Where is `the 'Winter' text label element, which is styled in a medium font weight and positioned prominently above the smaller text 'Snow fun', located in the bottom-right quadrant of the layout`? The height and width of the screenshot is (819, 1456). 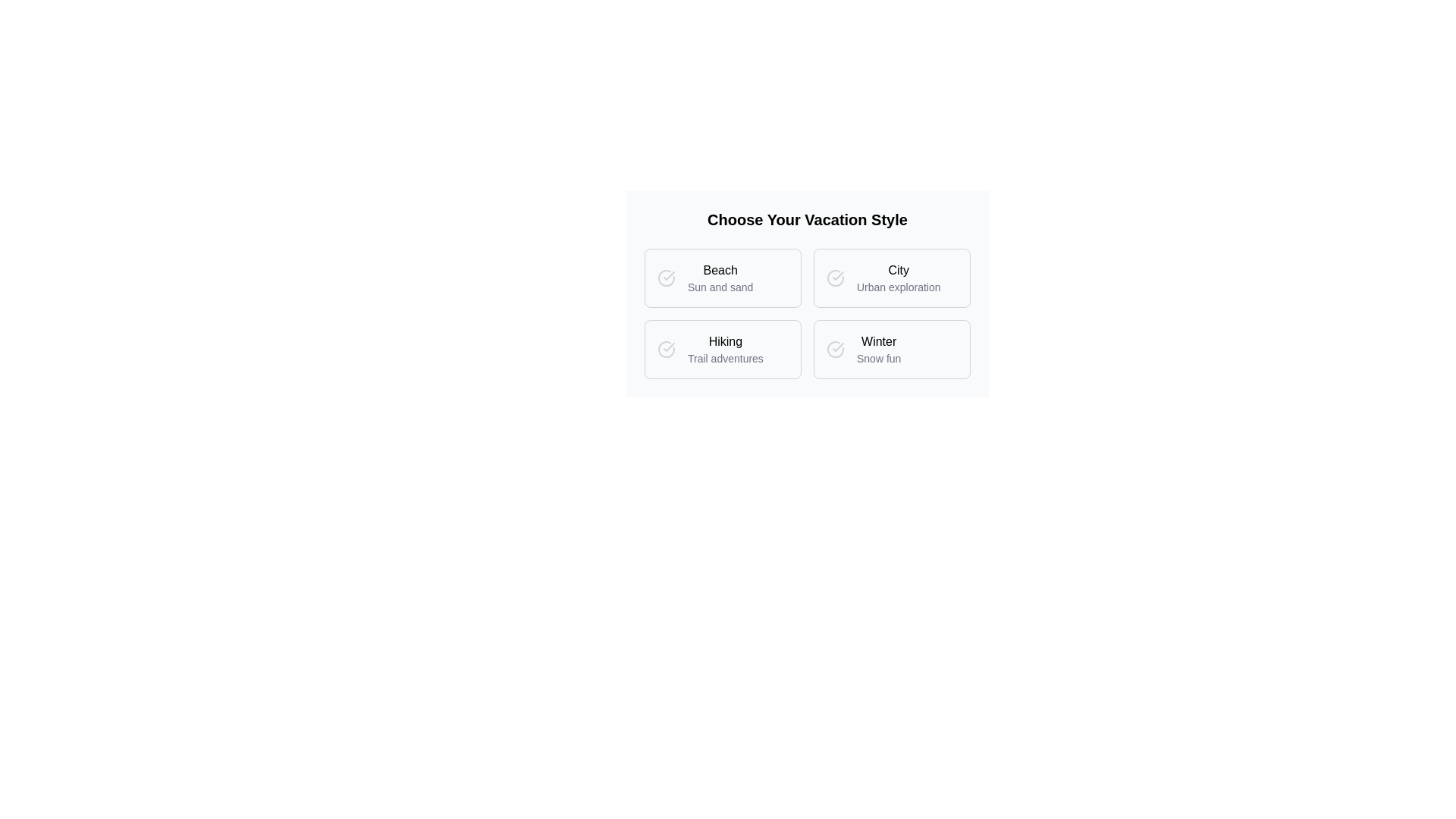 the 'Winter' text label element, which is styled in a medium font weight and positioned prominently above the smaller text 'Snow fun', located in the bottom-right quadrant of the layout is located at coordinates (879, 342).